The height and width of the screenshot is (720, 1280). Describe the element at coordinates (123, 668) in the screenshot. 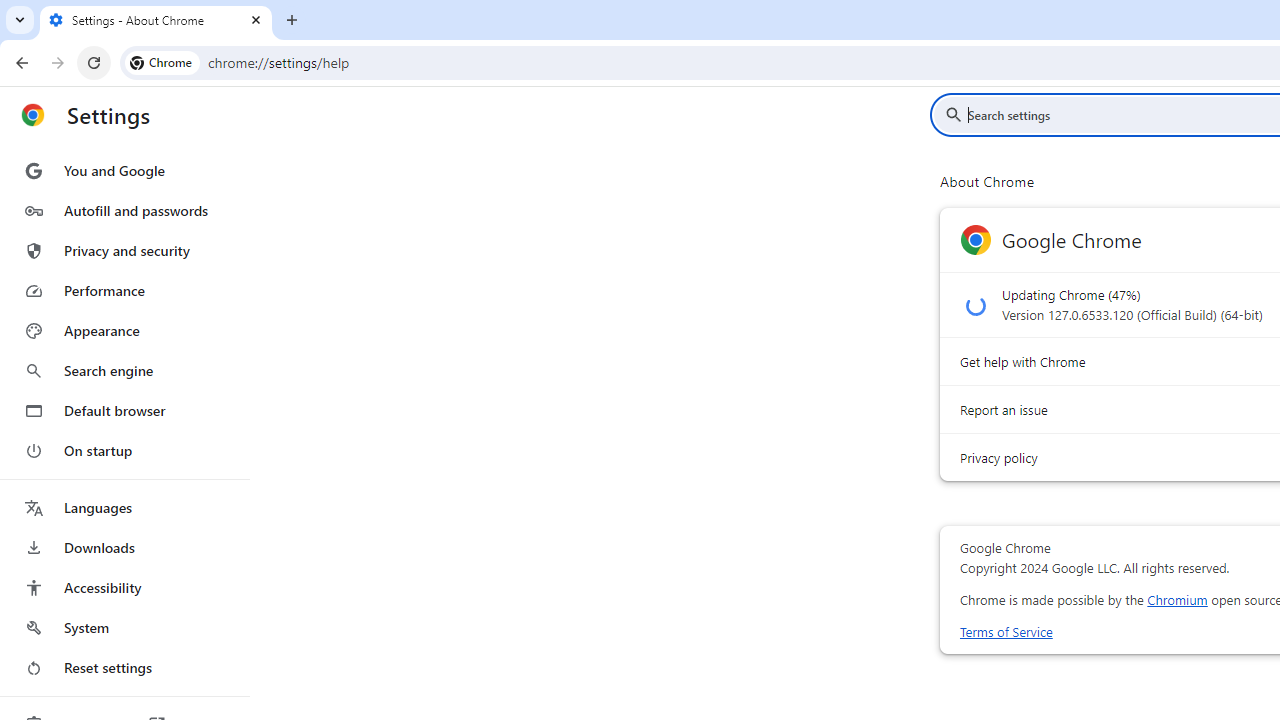

I see `'Reset settings'` at that location.